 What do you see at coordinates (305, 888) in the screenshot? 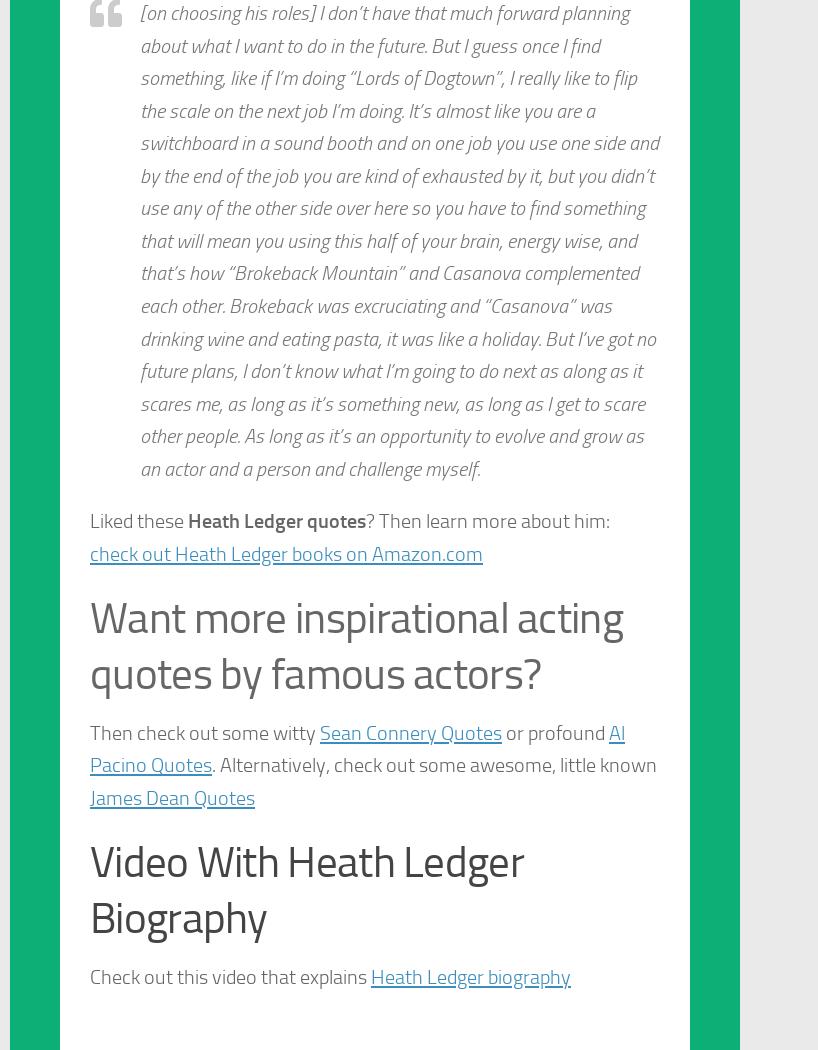
I see `'Video With Heath Ledger Biography'` at bounding box center [305, 888].